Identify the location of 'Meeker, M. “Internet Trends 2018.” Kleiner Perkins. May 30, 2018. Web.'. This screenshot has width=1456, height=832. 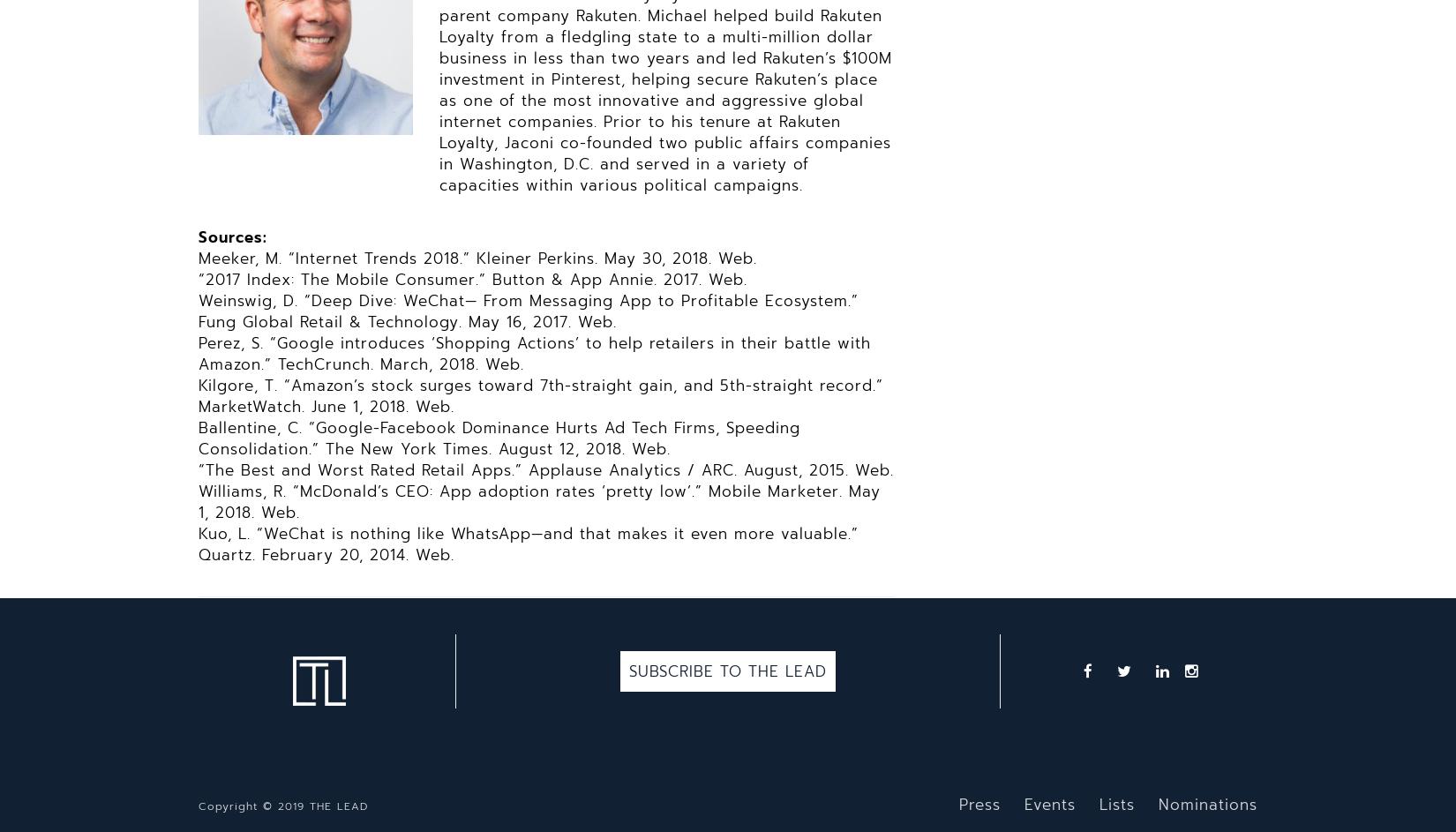
(477, 257).